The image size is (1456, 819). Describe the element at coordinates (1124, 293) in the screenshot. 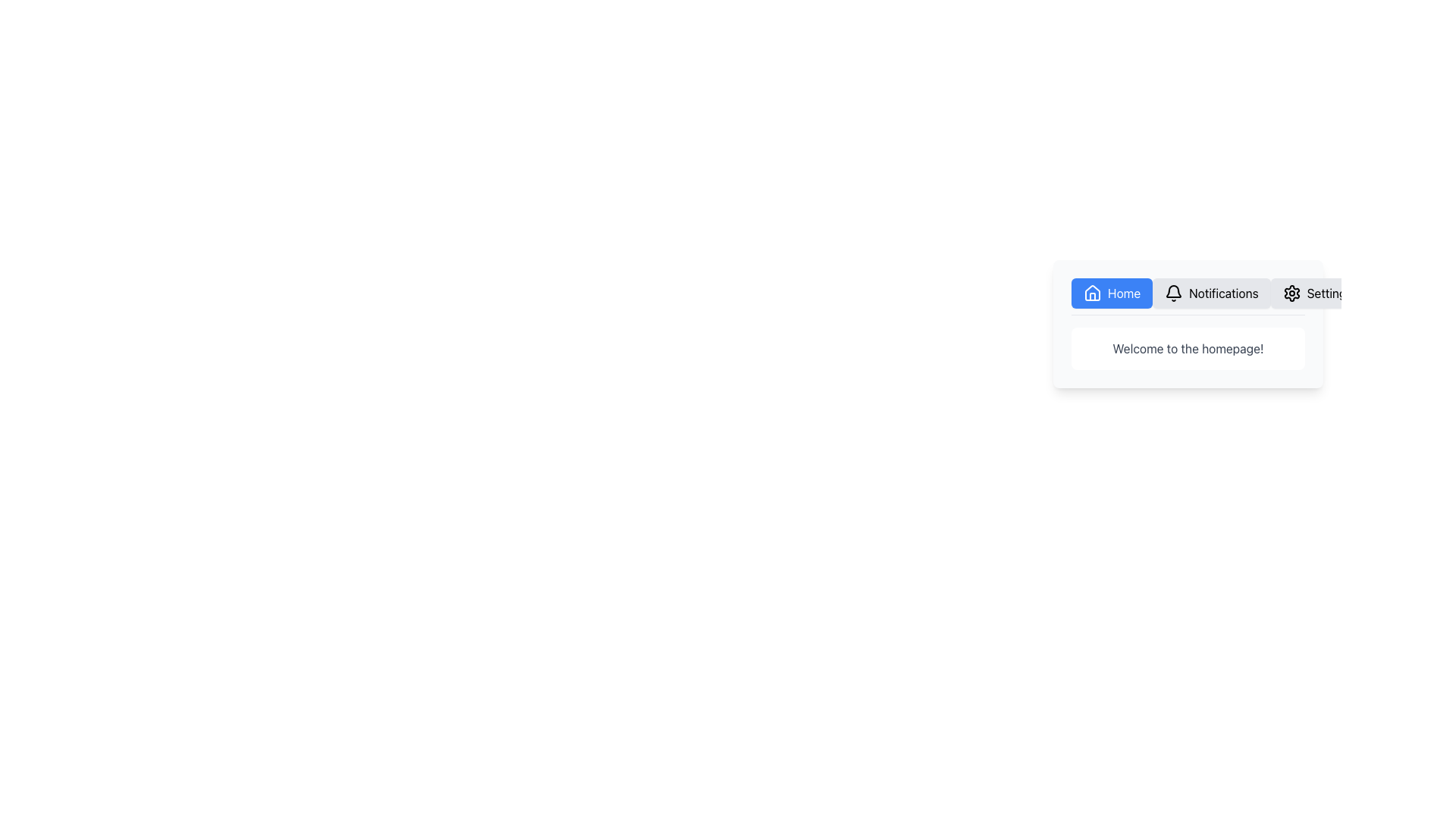

I see `text label of the home button located in the top left area of the navigation menu, positioned to the right of a house icon` at that location.